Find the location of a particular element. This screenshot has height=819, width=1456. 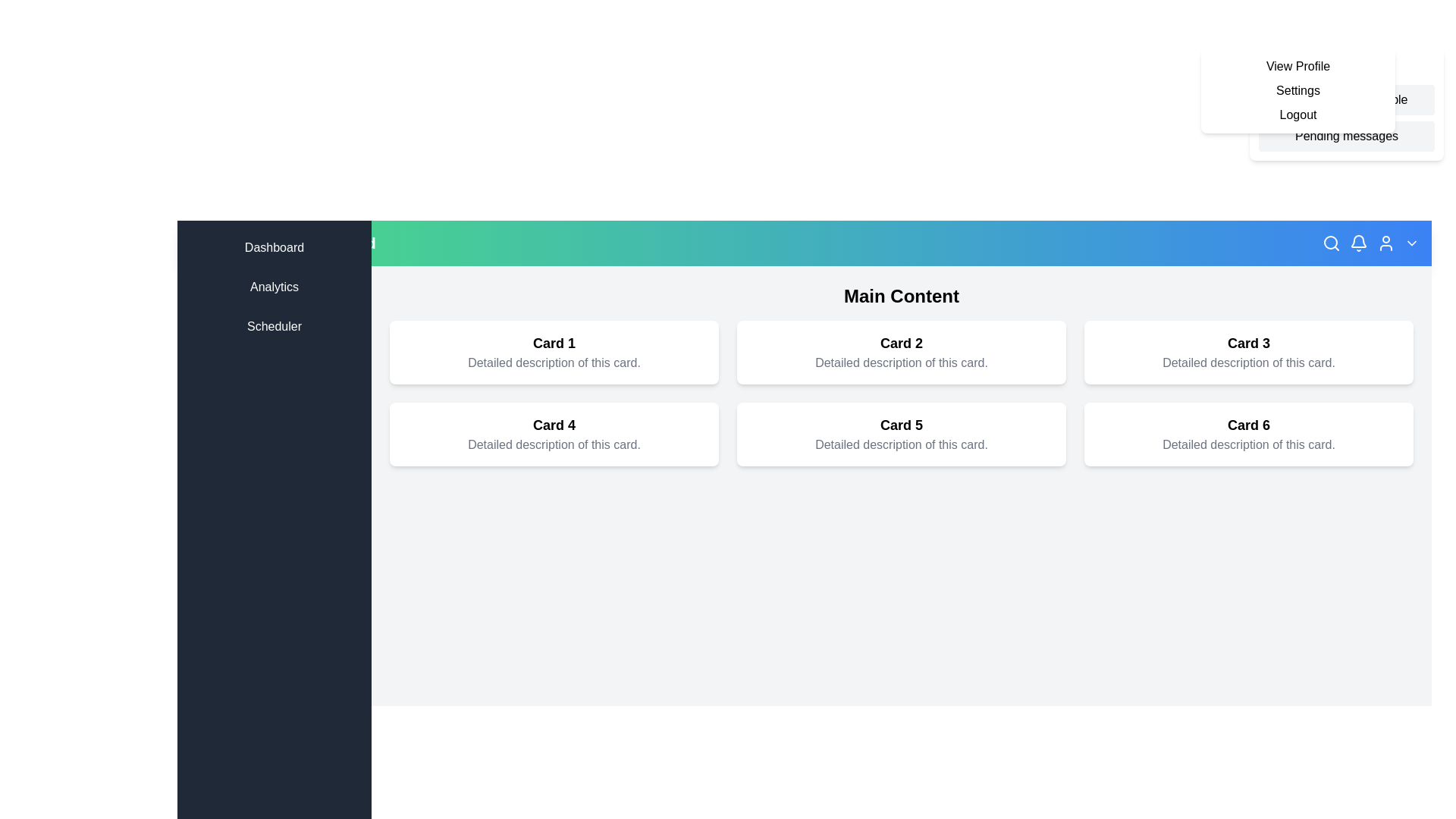

the third item in the sidebar menu, which serves as a text-based navigation option is located at coordinates (274, 326).